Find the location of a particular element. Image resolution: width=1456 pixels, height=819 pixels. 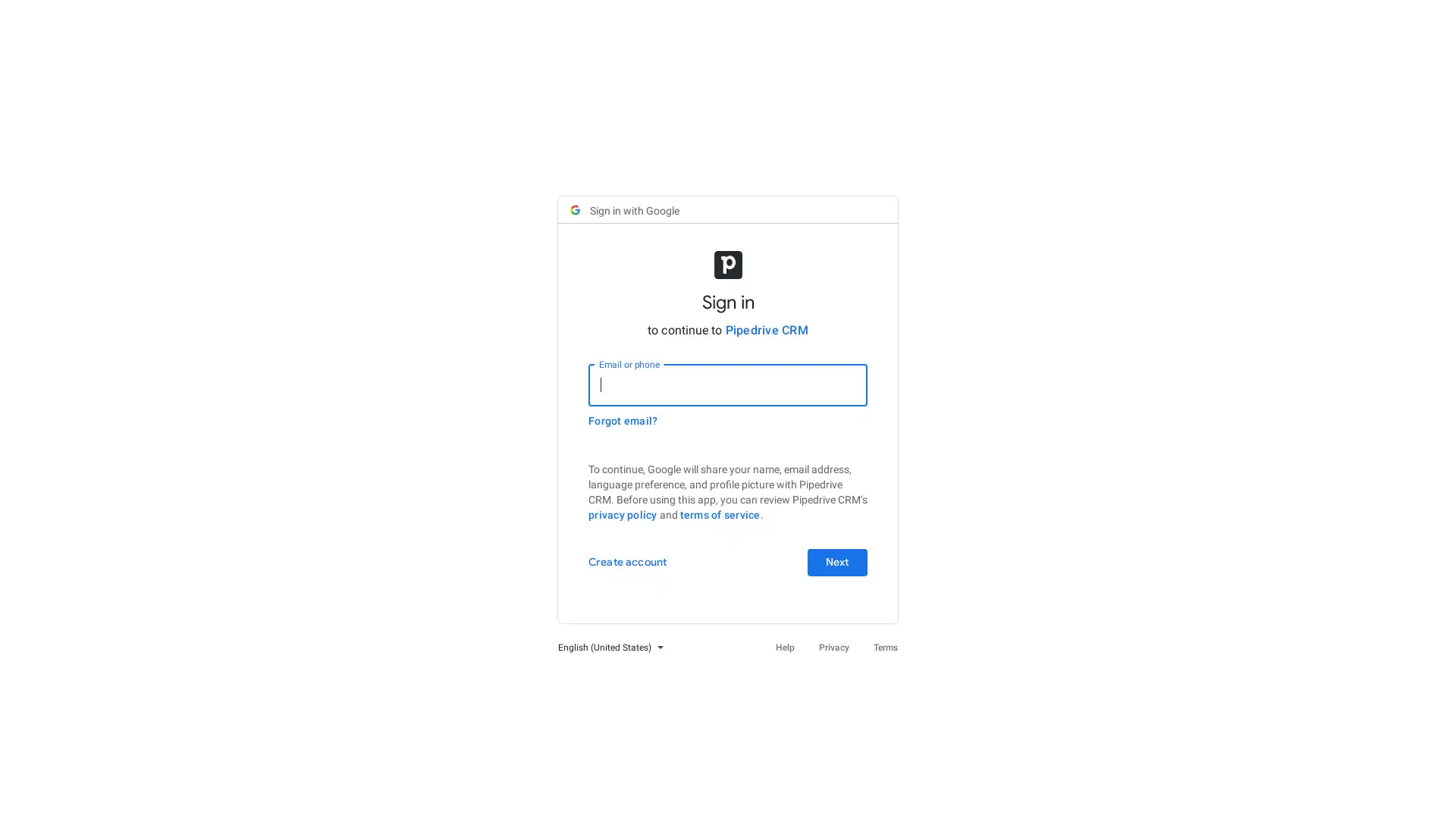

Forgot email? is located at coordinates (623, 420).